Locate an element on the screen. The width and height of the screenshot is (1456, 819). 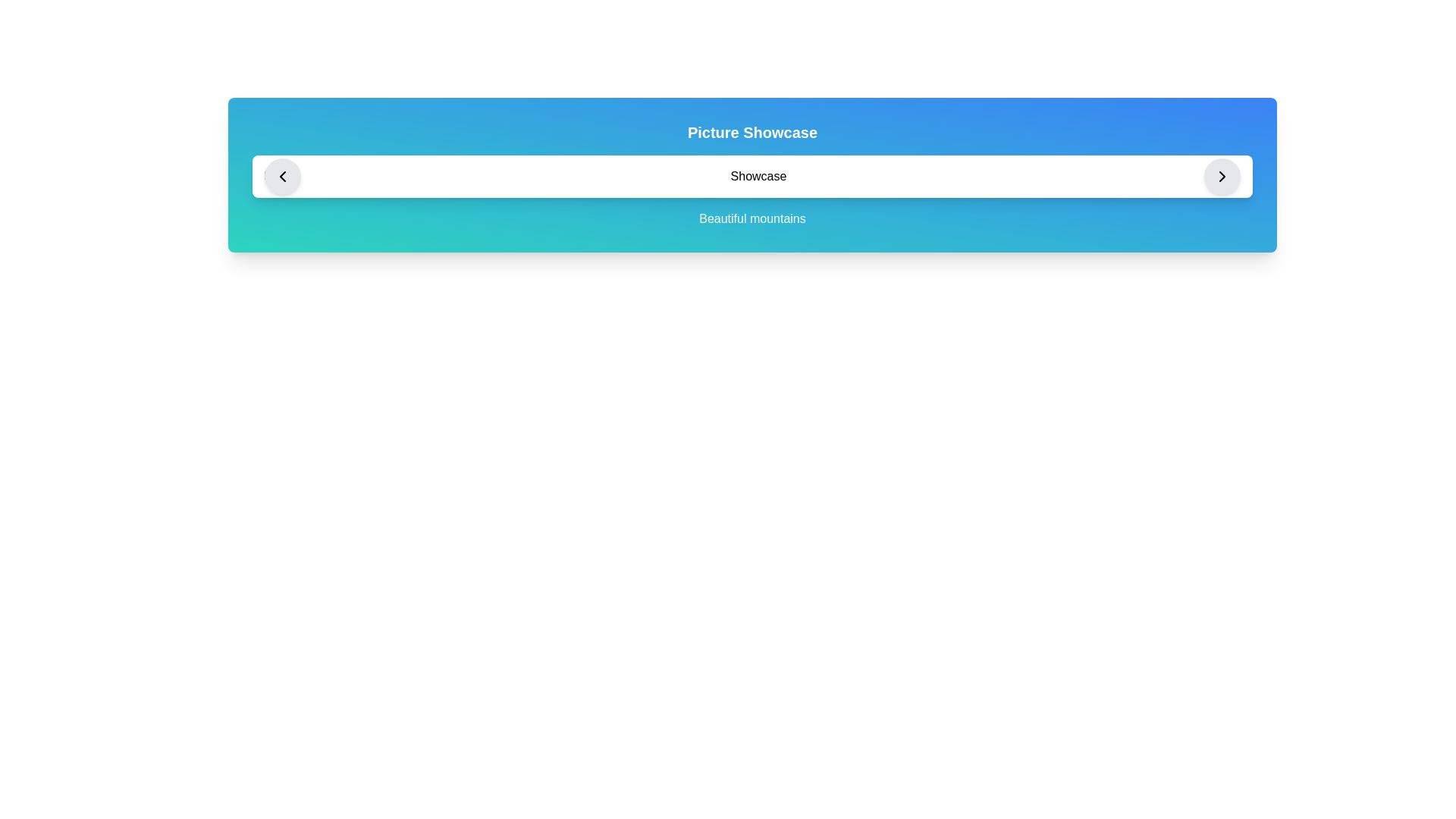
the Chevron-left icon button located on the left side of the horizontal panel is located at coordinates (283, 175).